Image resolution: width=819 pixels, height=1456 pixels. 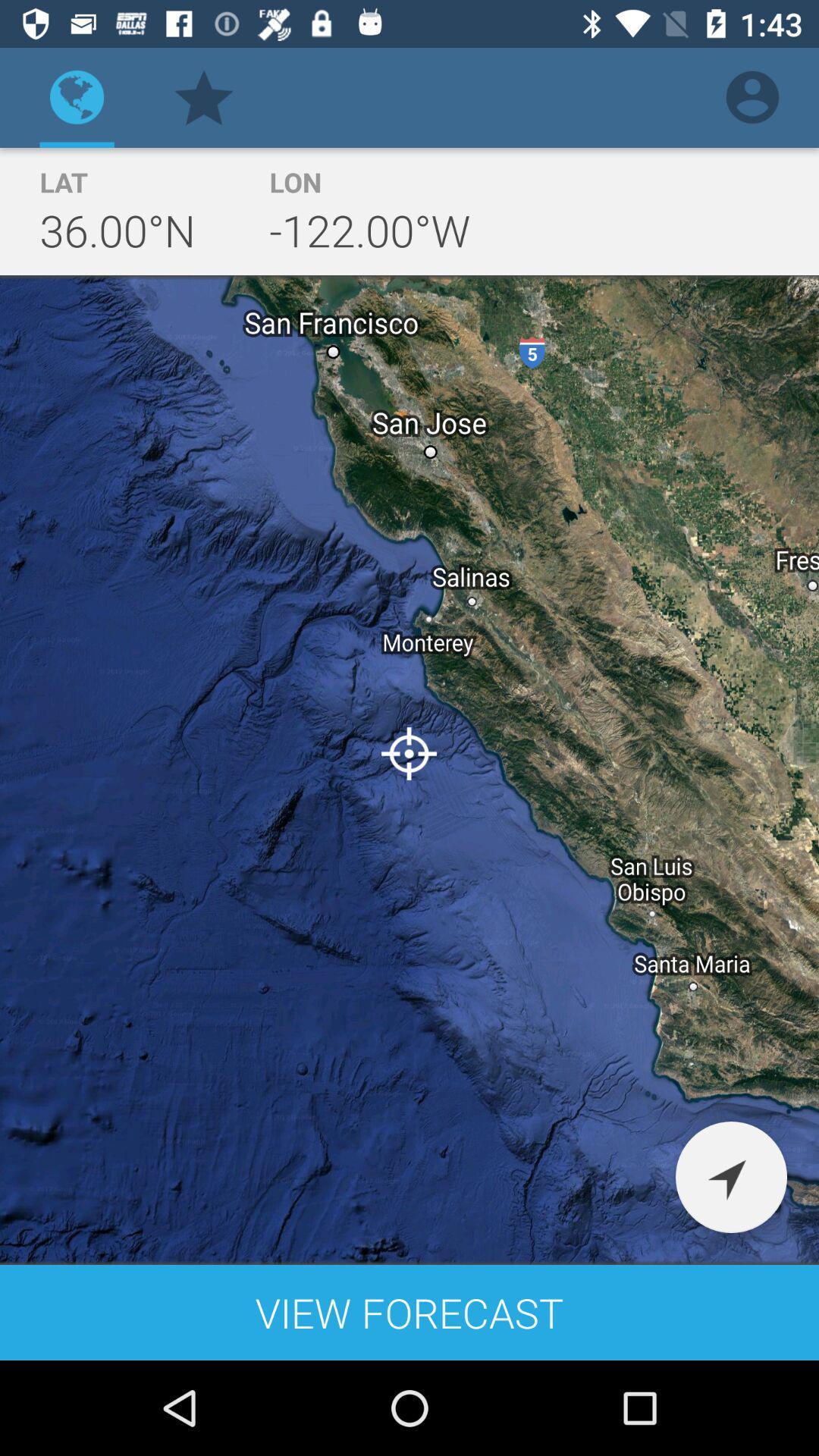 What do you see at coordinates (752, 96) in the screenshot?
I see `icon at the top right corner` at bounding box center [752, 96].